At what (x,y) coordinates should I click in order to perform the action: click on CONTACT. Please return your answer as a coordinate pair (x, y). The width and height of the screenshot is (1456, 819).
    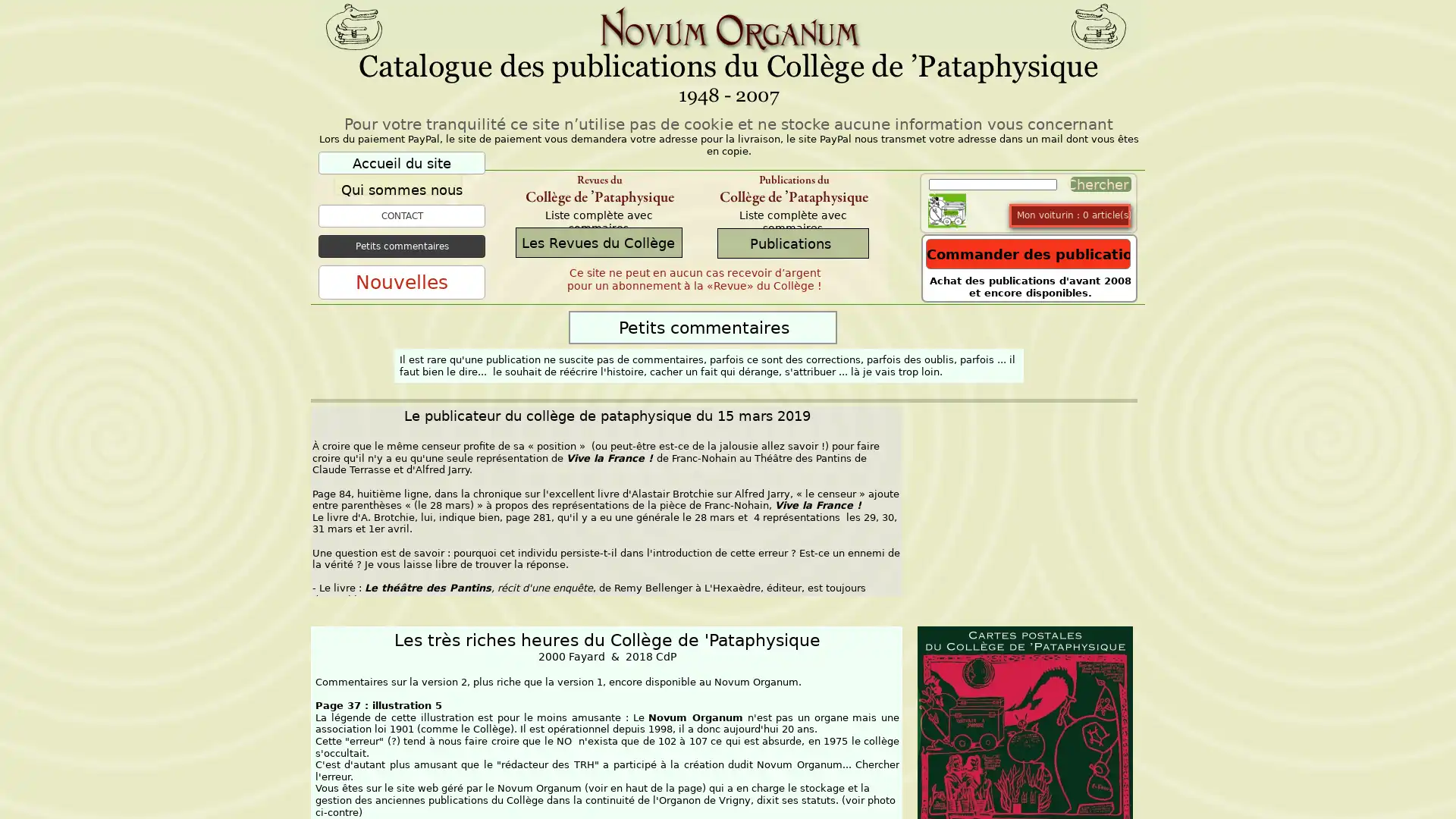
    Looking at the image, I should click on (401, 216).